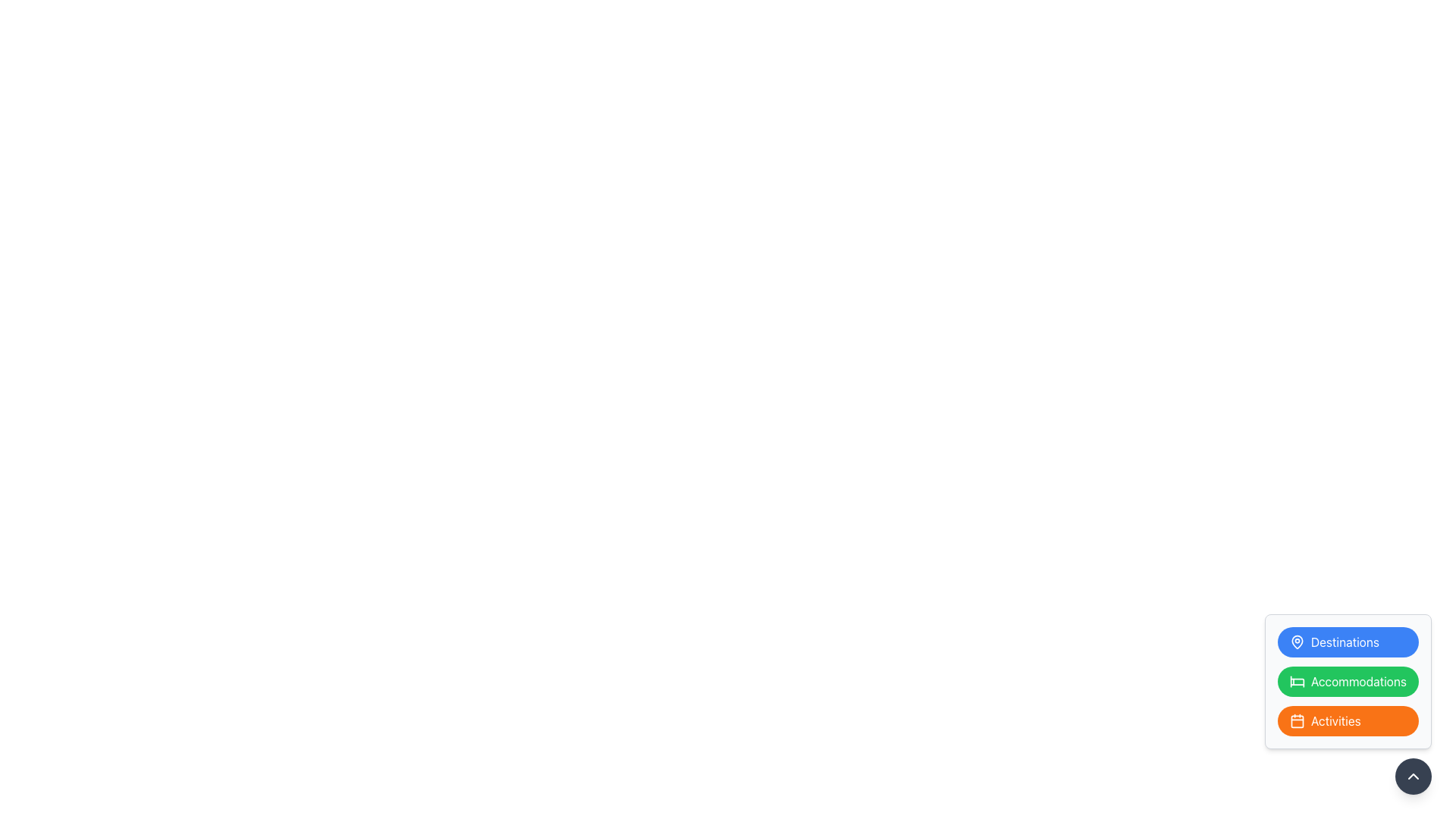 The image size is (1456, 819). What do you see at coordinates (1296, 642) in the screenshot?
I see `the map pin icon located next to the 'Destinations' text within the blue rounded rectangular button` at bounding box center [1296, 642].